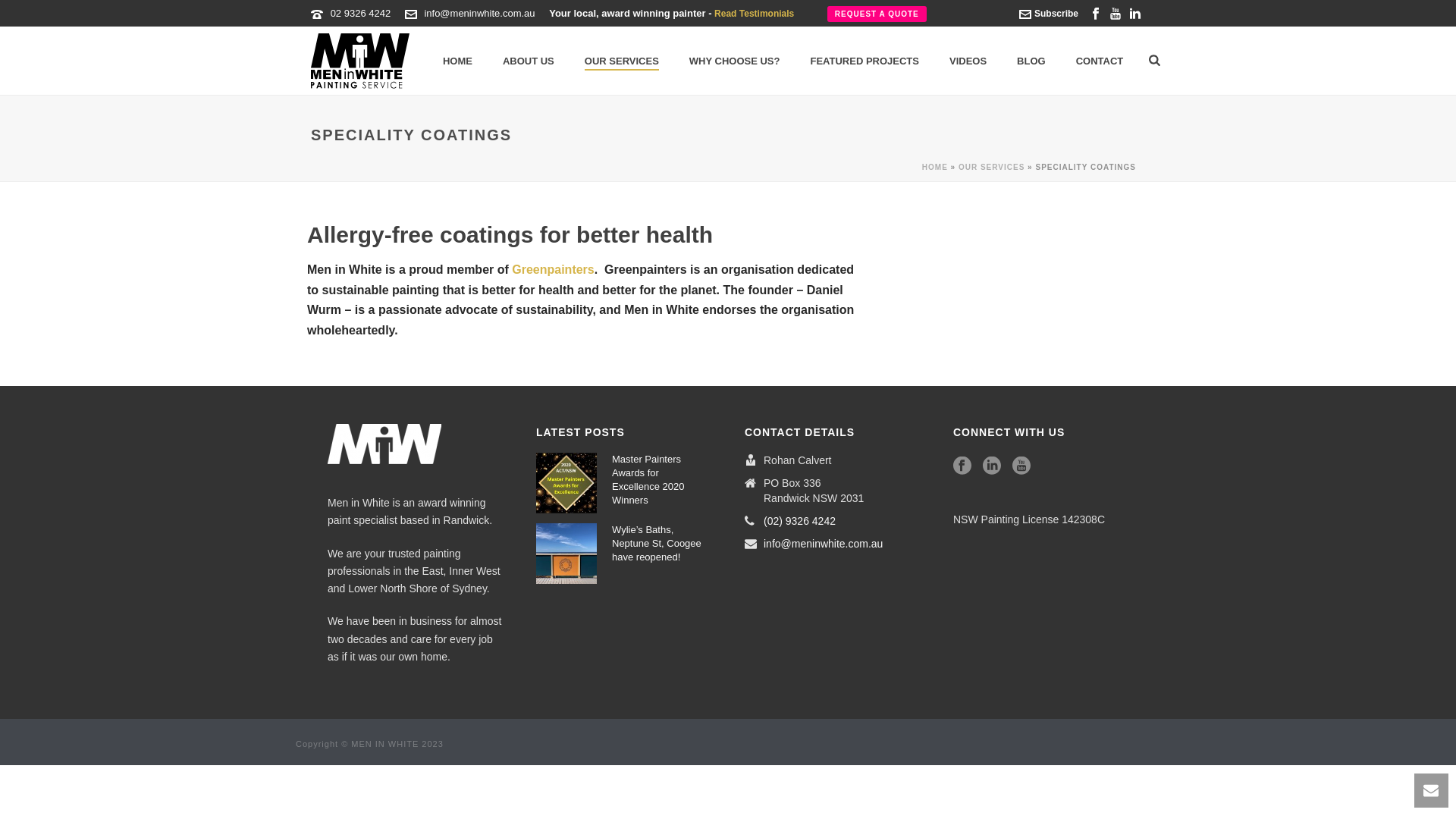 The image size is (1456, 819). What do you see at coordinates (622, 61) in the screenshot?
I see `'OUR SERVICES'` at bounding box center [622, 61].